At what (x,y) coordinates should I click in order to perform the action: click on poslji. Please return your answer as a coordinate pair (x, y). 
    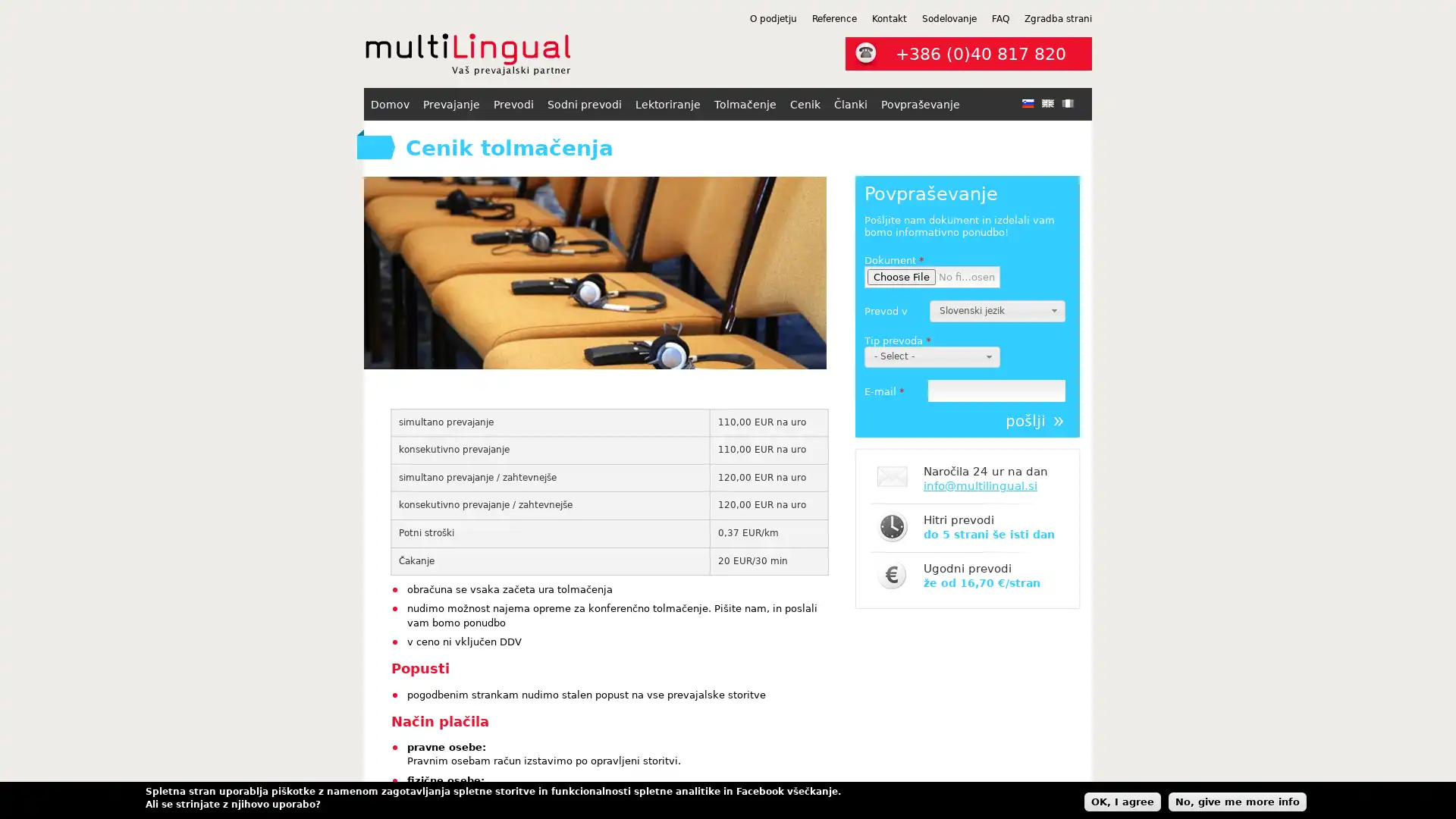
    Looking at the image, I should click on (1034, 421).